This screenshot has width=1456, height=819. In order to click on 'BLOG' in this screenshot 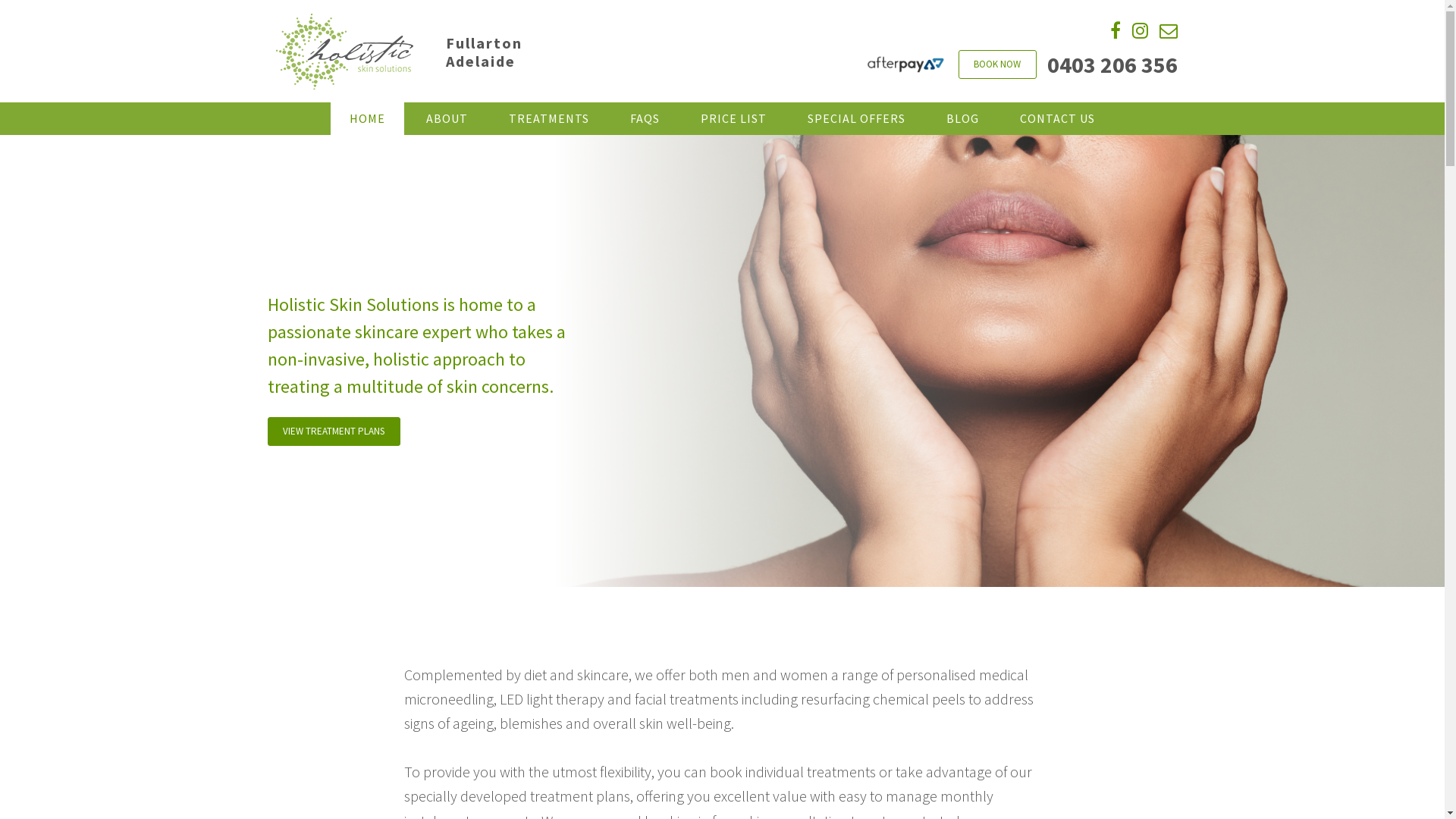, I will do `click(962, 118)`.